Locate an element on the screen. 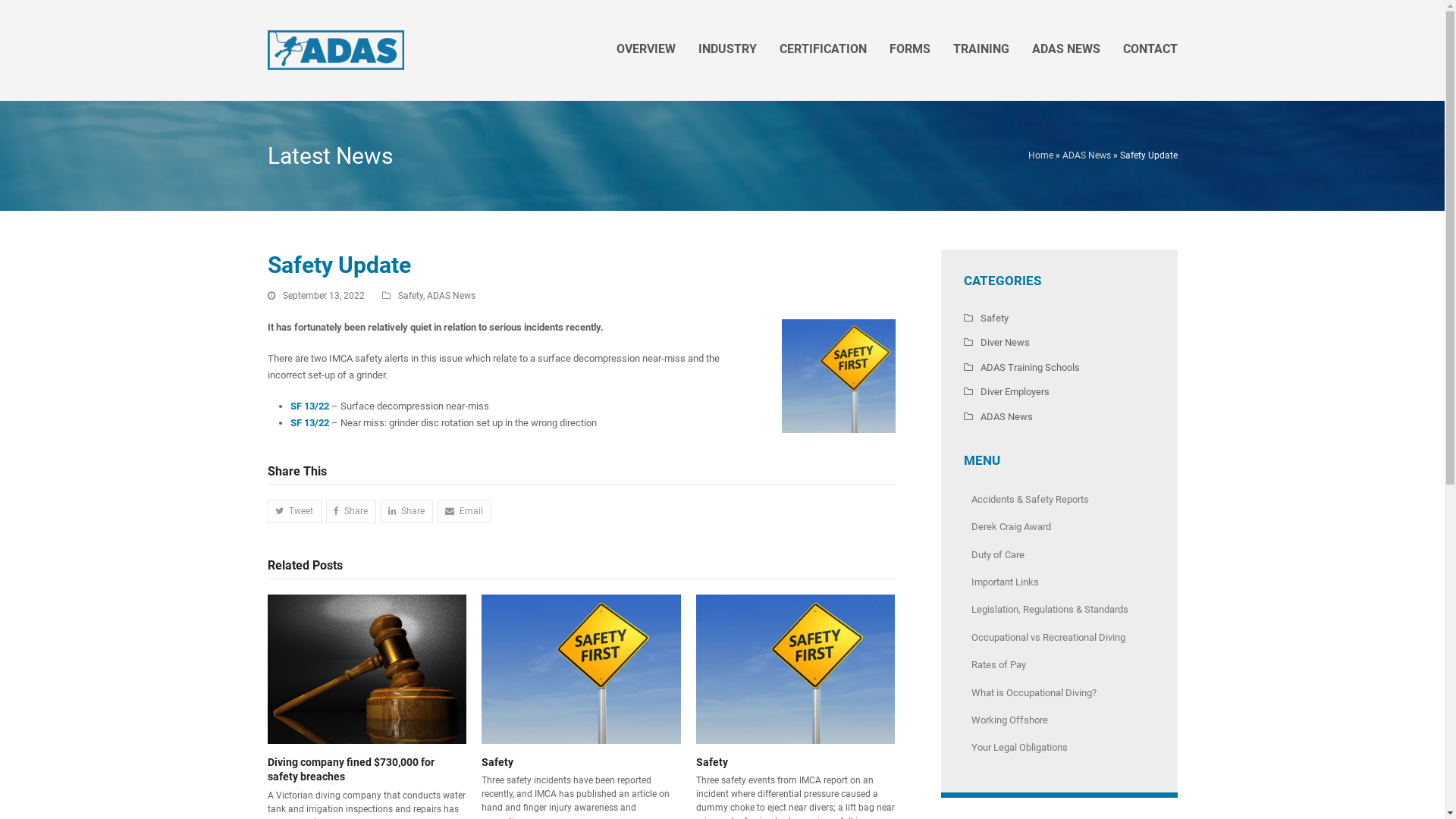 This screenshot has height=819, width=1456. 'SF 13/22' is located at coordinates (309, 405).